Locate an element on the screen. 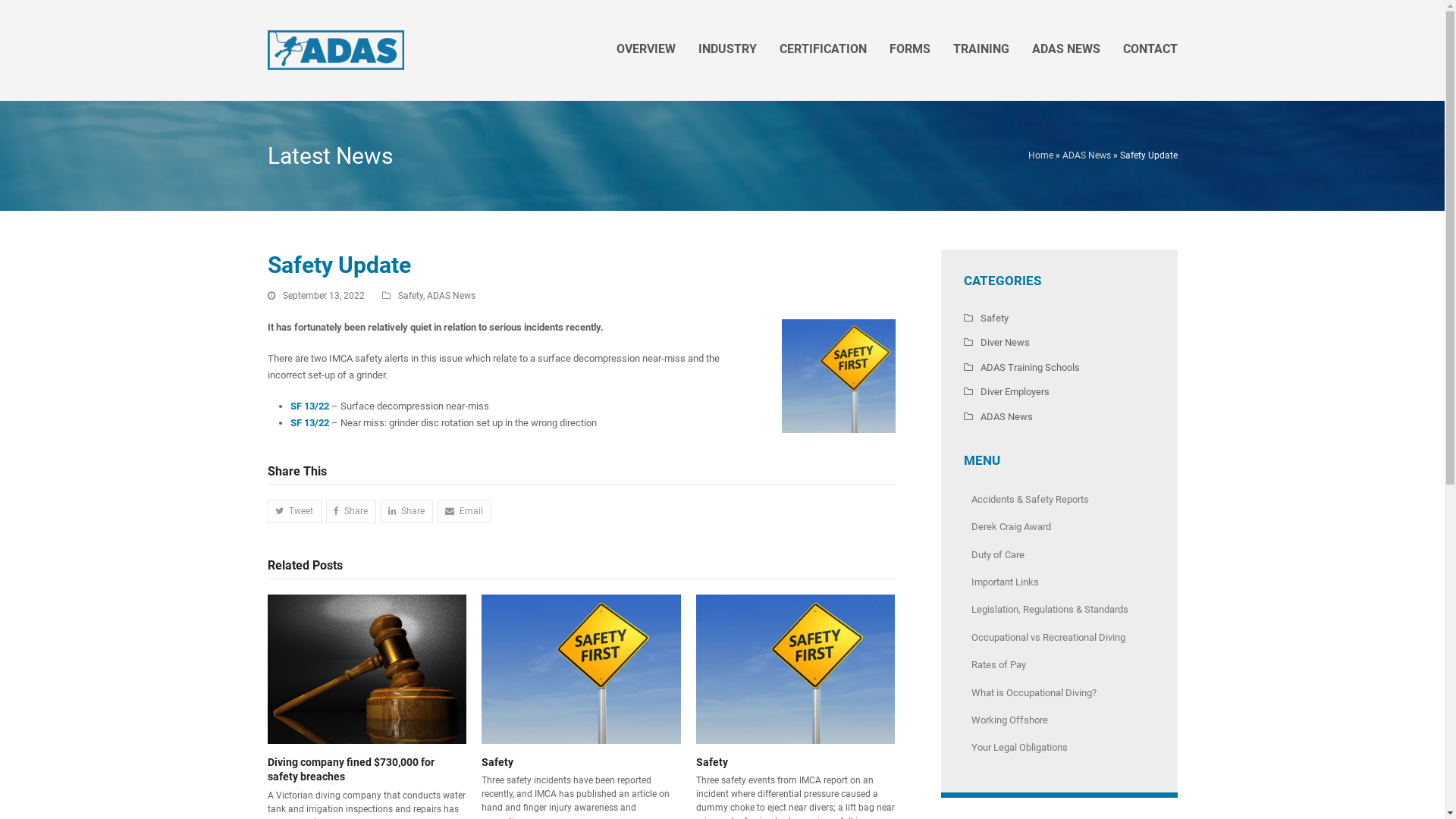 This screenshot has height=819, width=1456. 'SF 13/22' is located at coordinates (309, 405).